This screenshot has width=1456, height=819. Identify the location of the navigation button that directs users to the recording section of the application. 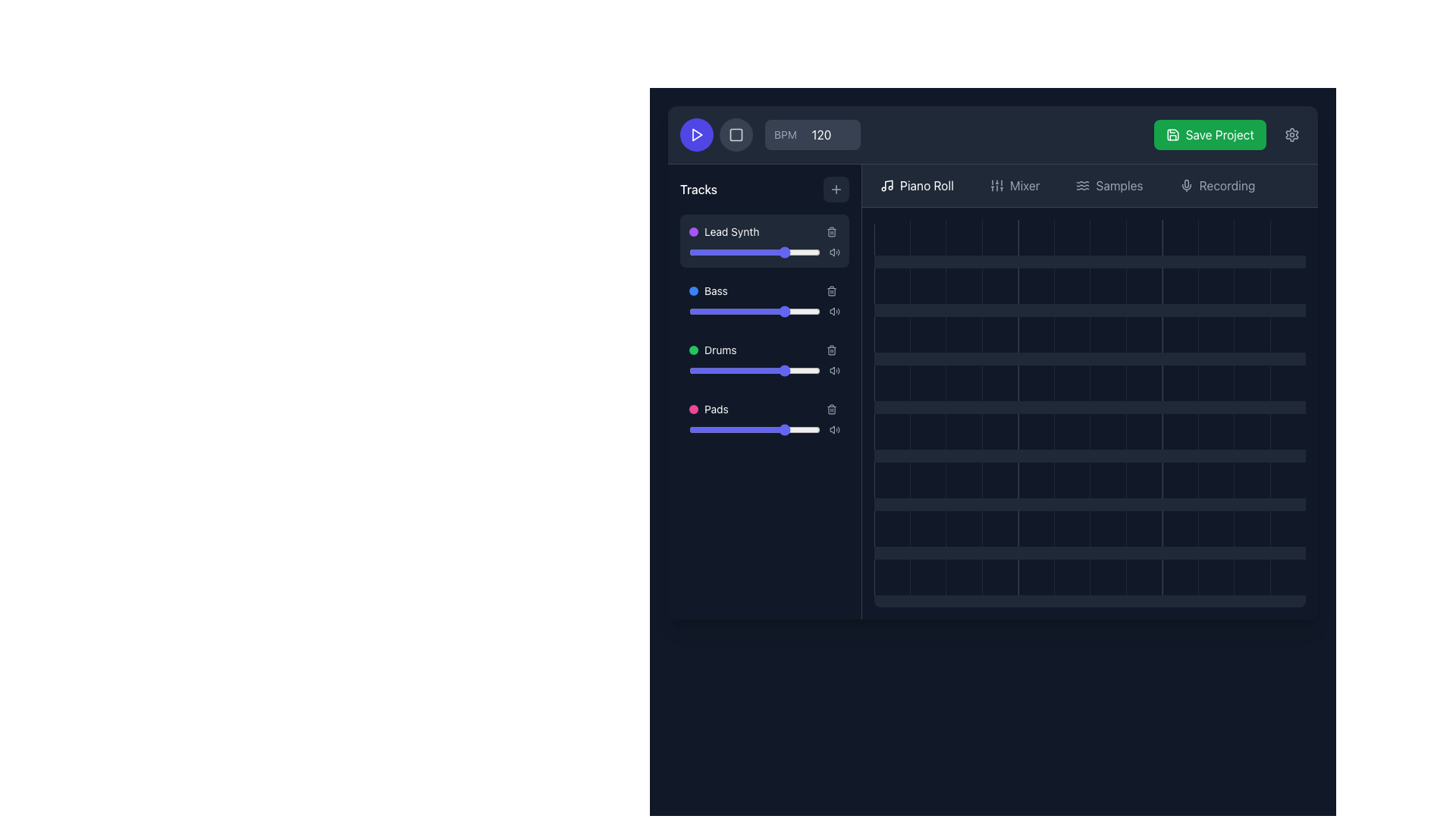
(1217, 185).